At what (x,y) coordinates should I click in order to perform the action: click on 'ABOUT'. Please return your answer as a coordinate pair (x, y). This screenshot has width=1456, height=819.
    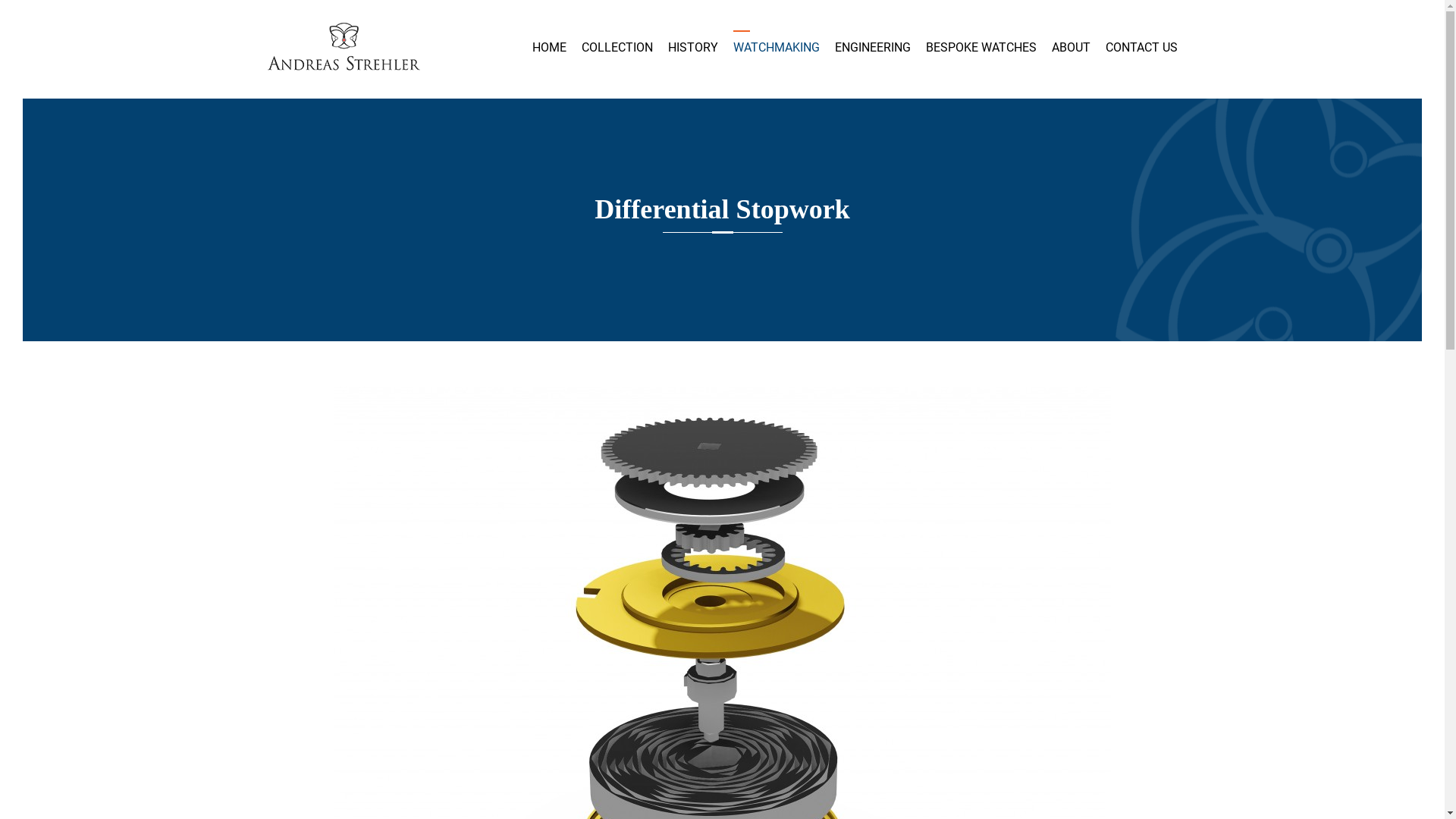
    Looking at the image, I should click on (1069, 46).